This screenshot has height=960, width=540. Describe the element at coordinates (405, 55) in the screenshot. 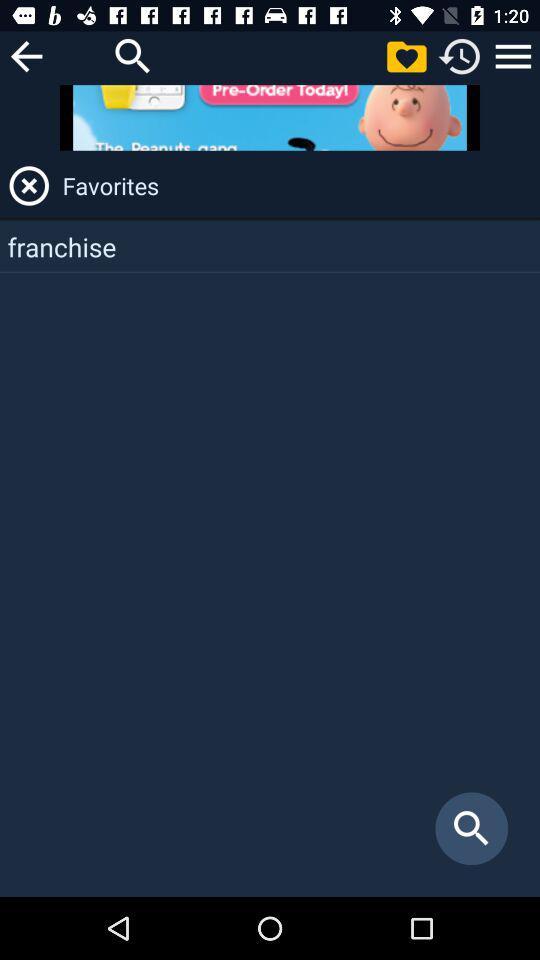

I see `favorites` at that location.